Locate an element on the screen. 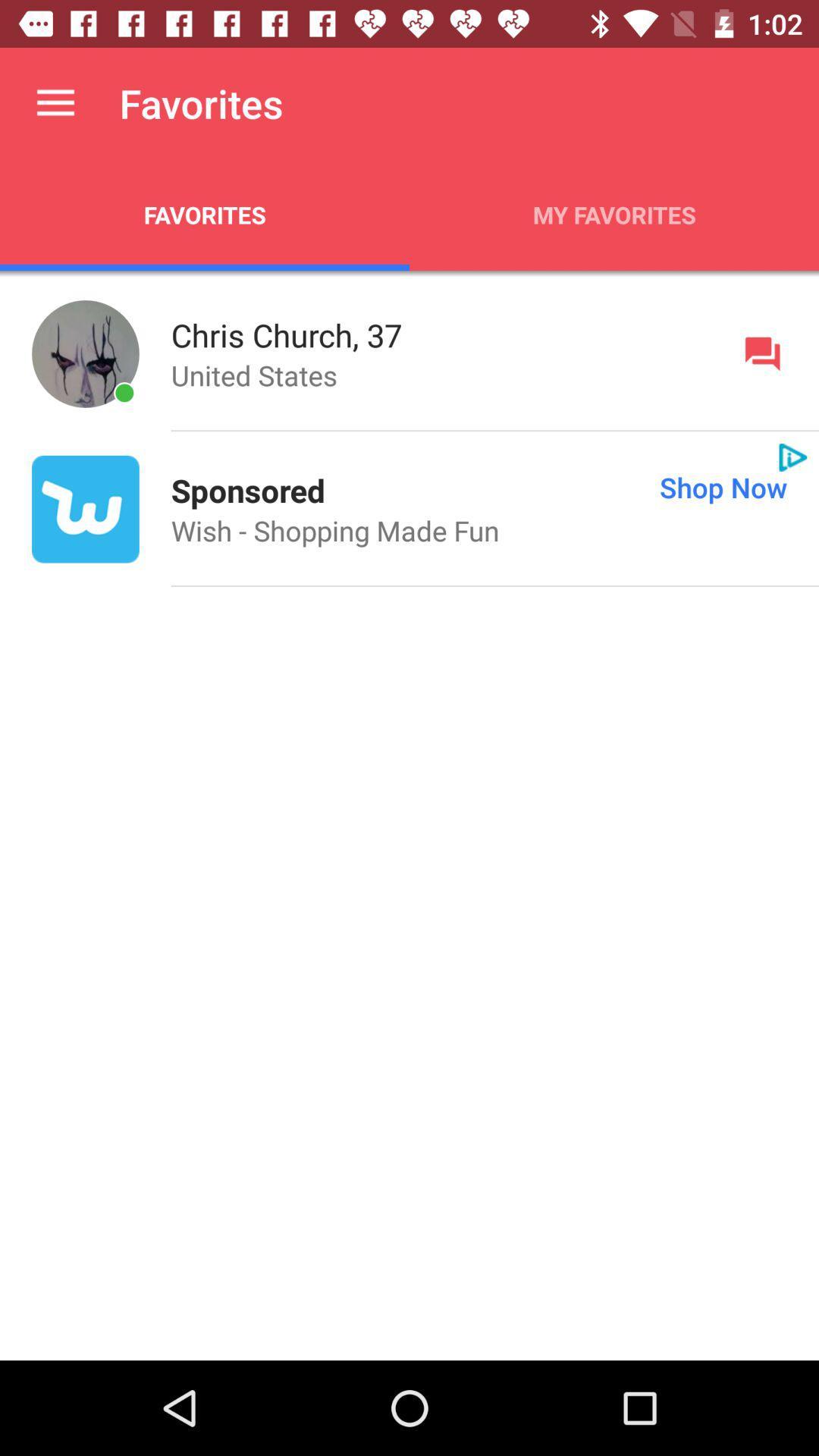  icon next to sponsored icon is located at coordinates (572, 487).